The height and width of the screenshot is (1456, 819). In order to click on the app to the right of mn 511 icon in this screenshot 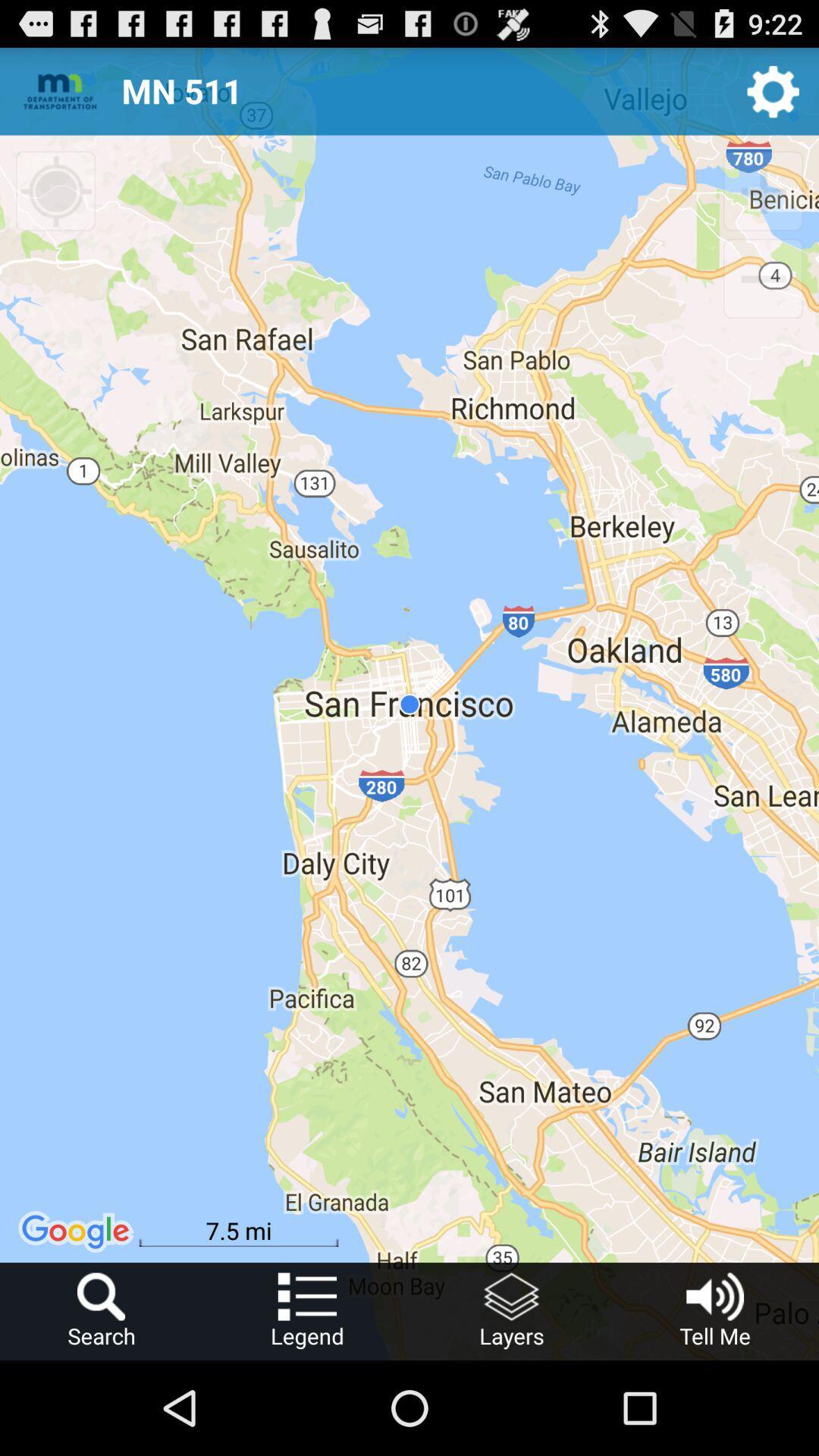, I will do `click(773, 90)`.